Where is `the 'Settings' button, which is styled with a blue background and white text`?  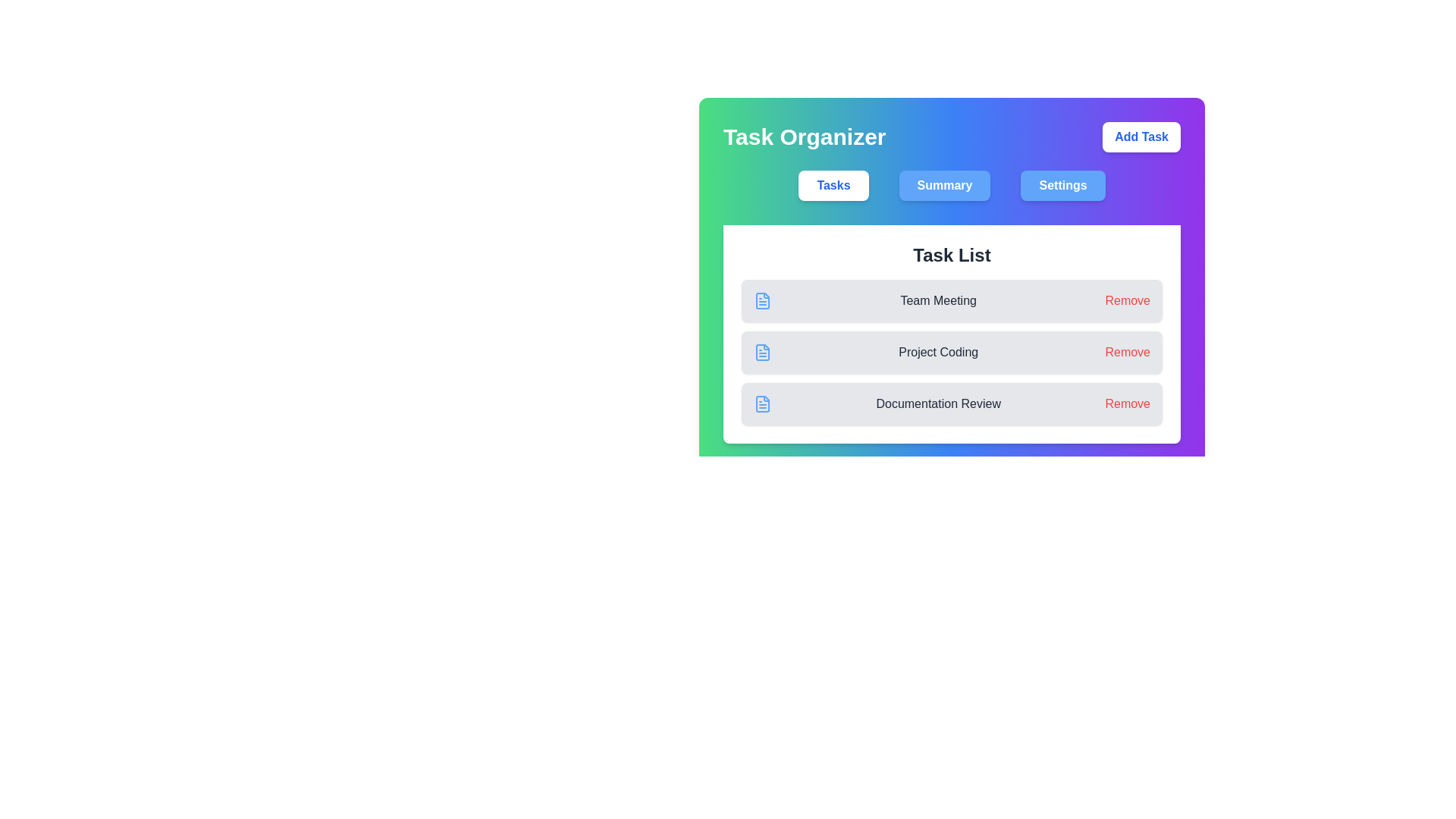
the 'Settings' button, which is styled with a blue background and white text is located at coordinates (1062, 185).